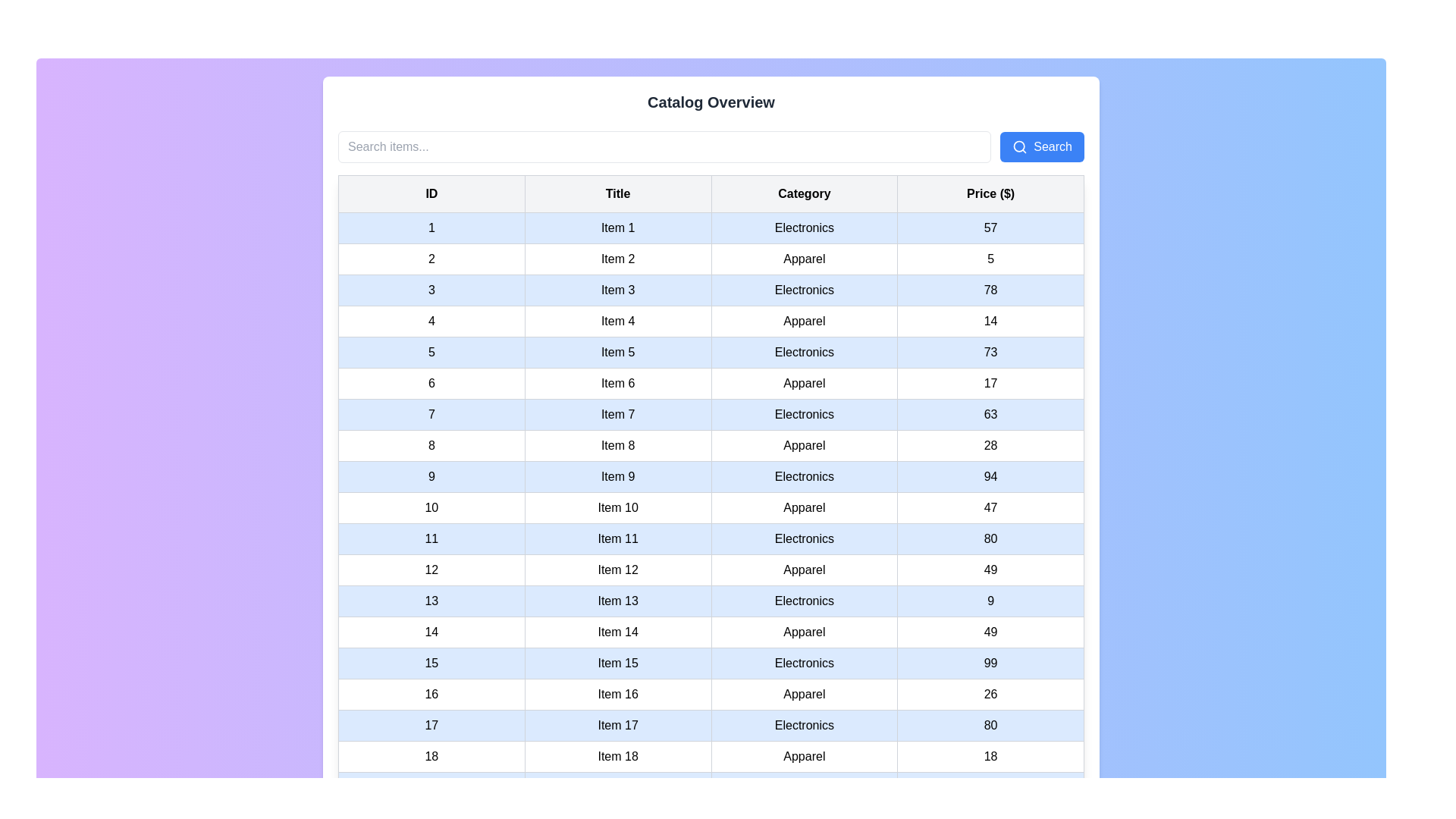 The image size is (1456, 819). I want to click on content from the Table Row located in the 16th row of the table, which includes details such as ID, Title, Category, and Price, so click(710, 694).